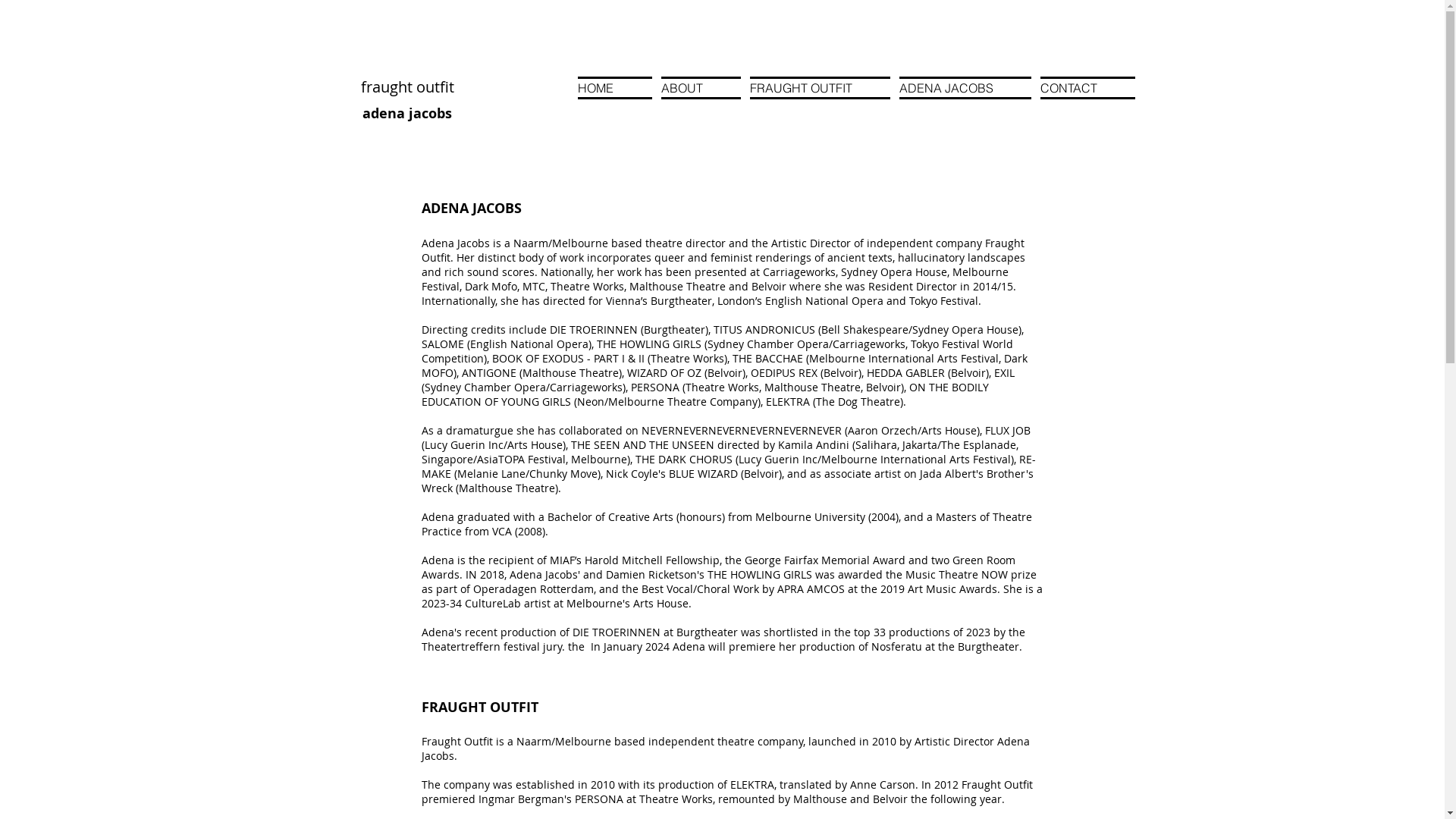  I want to click on 'HOME', so click(577, 87).